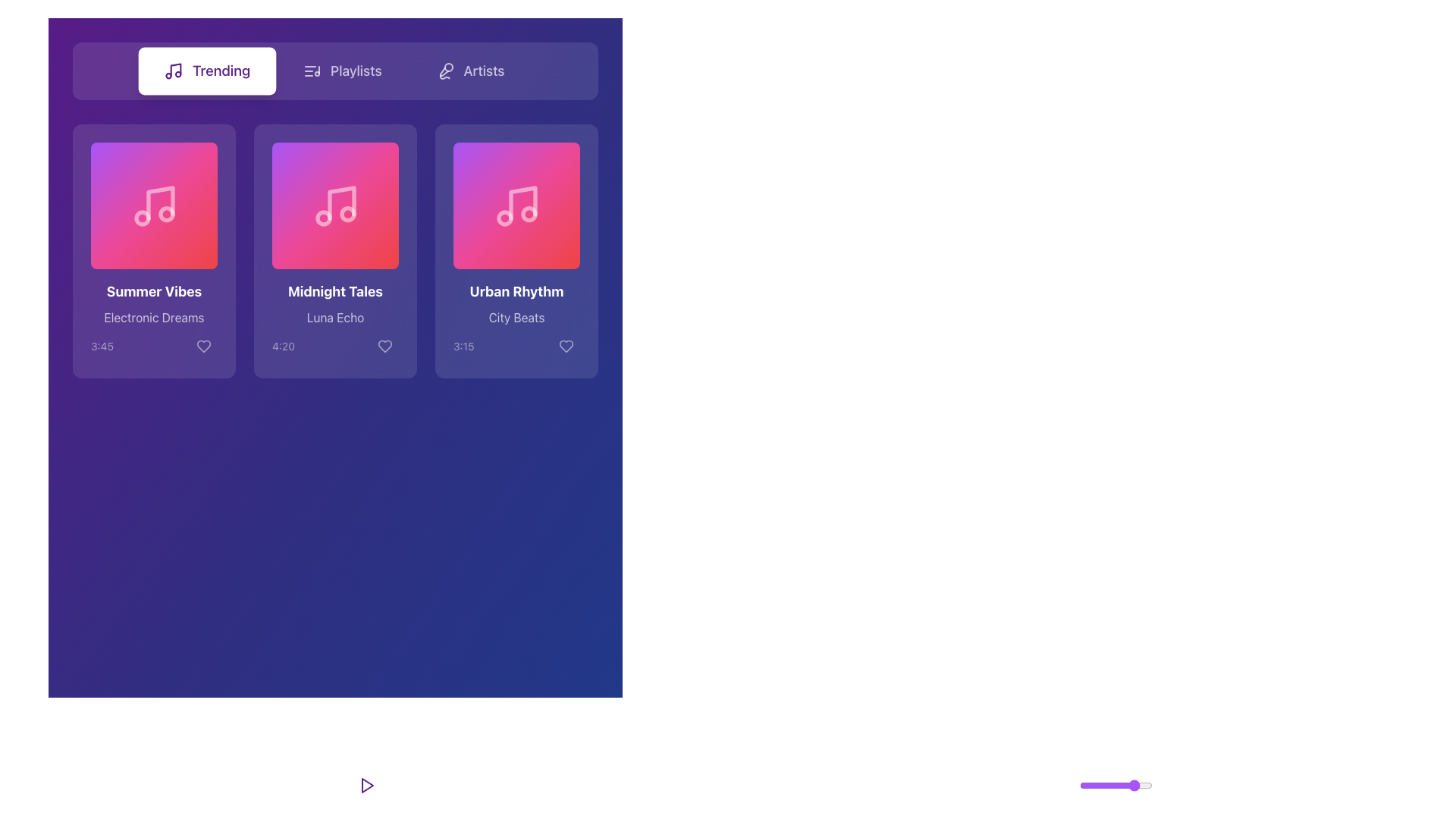 The height and width of the screenshot is (819, 1456). I want to click on the thumbnail representing the music item 'Midnight Tales', so click(334, 206).